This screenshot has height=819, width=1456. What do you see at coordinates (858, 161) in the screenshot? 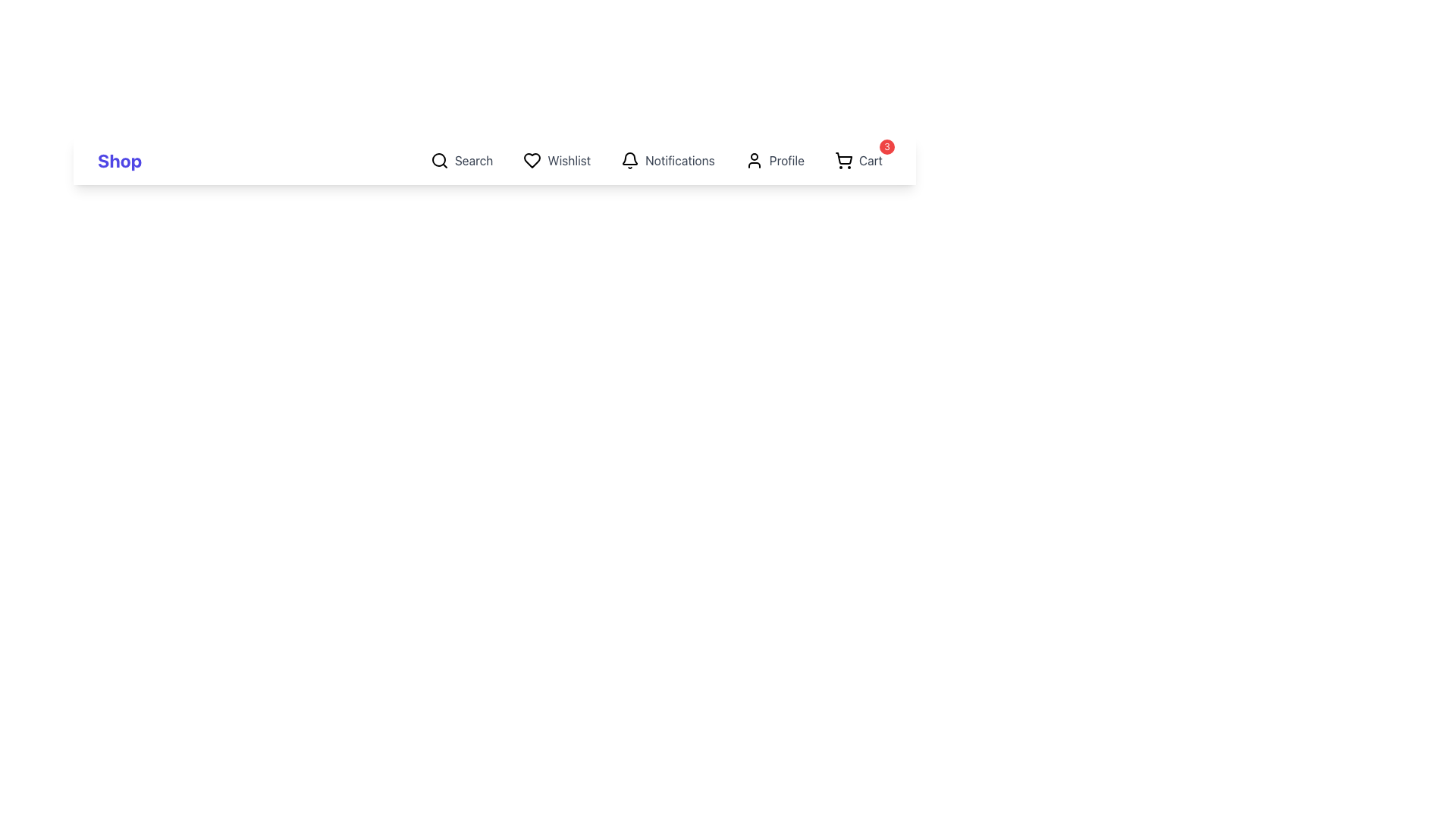
I see `the shopping cart button located at the end of the horizontal navigation bar` at bounding box center [858, 161].